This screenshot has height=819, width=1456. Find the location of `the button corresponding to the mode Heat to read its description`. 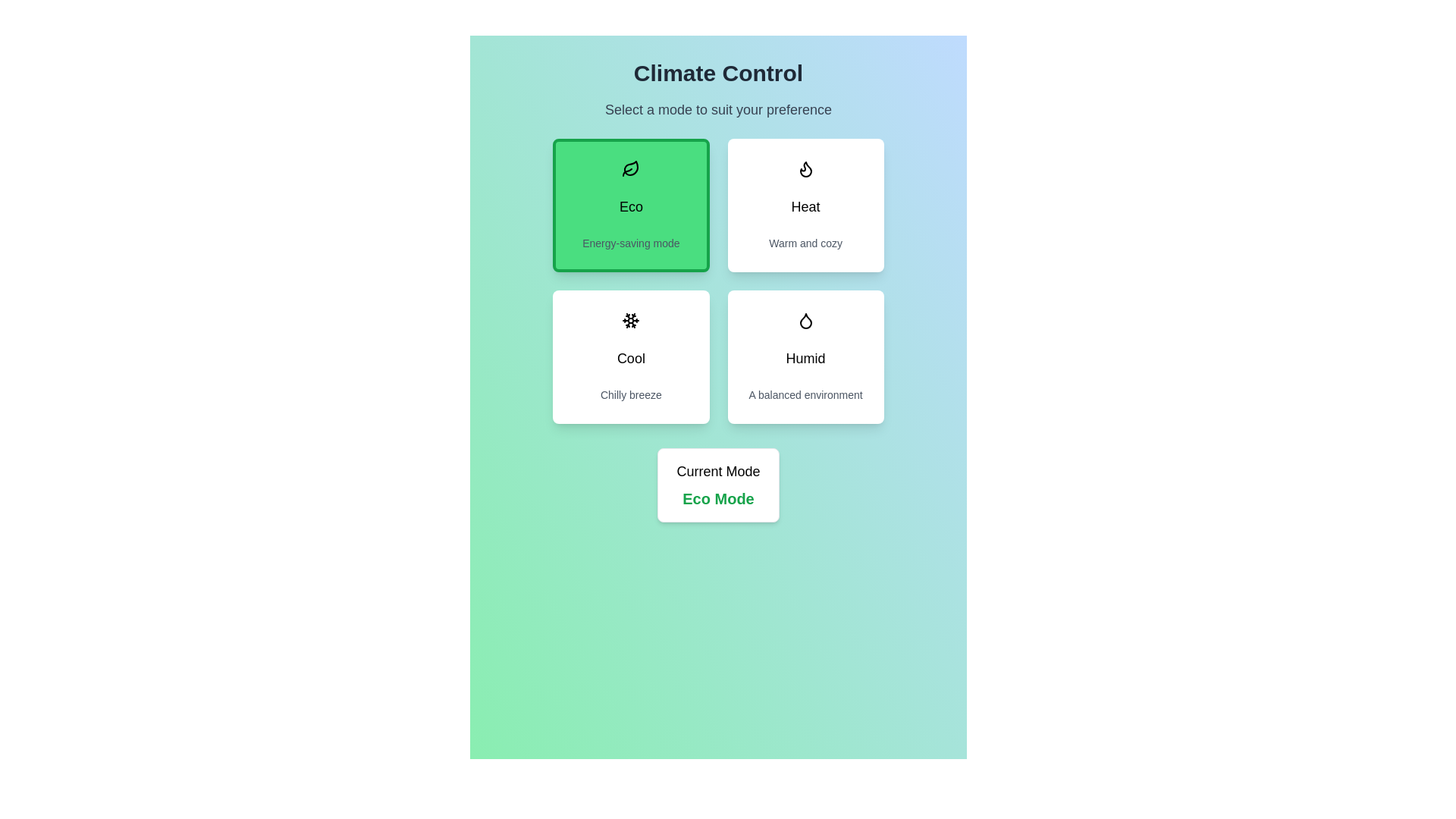

the button corresponding to the mode Heat to read its description is located at coordinates (805, 205).